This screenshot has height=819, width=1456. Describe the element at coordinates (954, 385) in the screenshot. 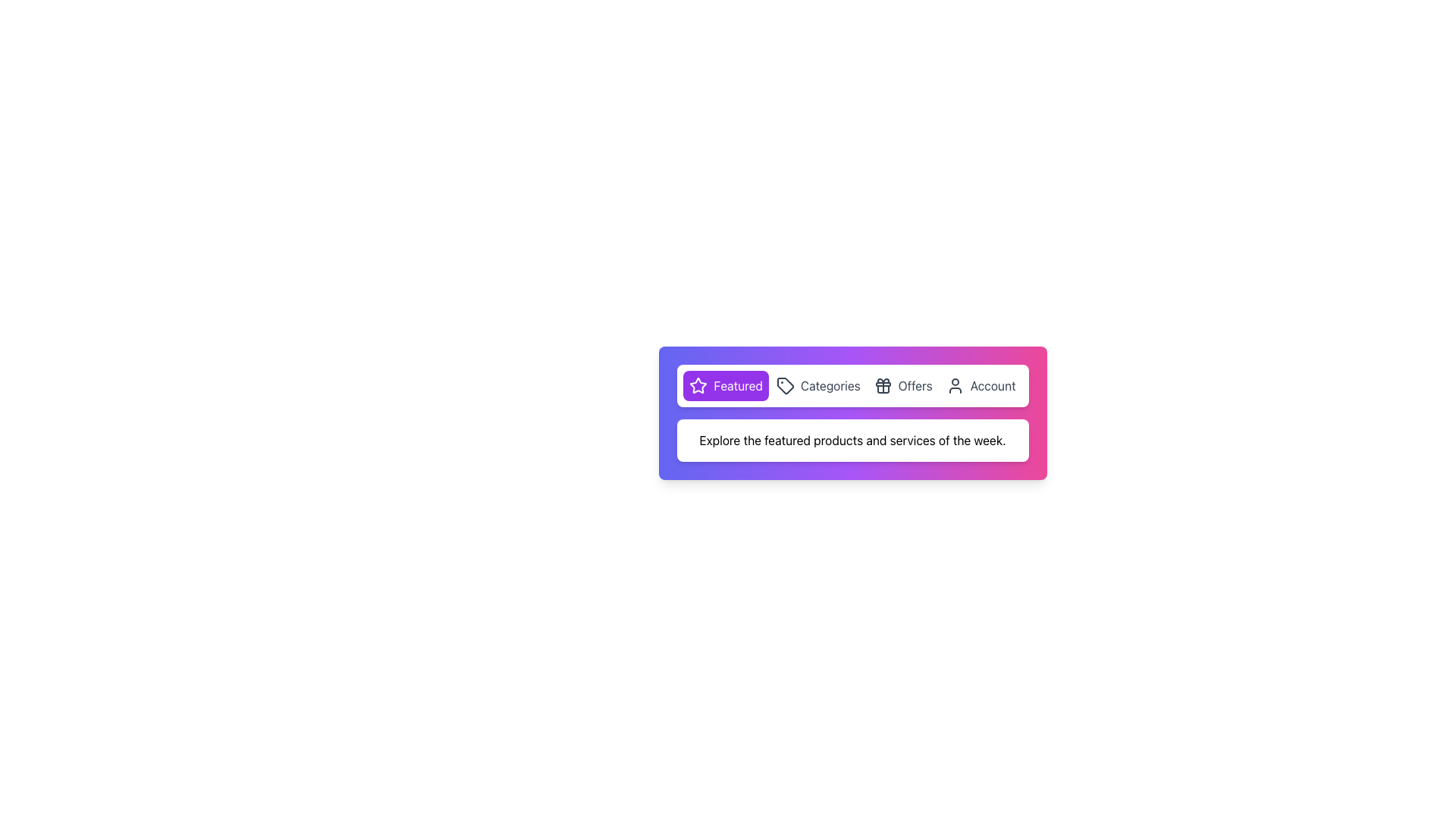

I see `the user/account icon located within the 'Account' button, which is the last button in a horizontal row and appears to the immediate left of the text 'Account'` at that location.